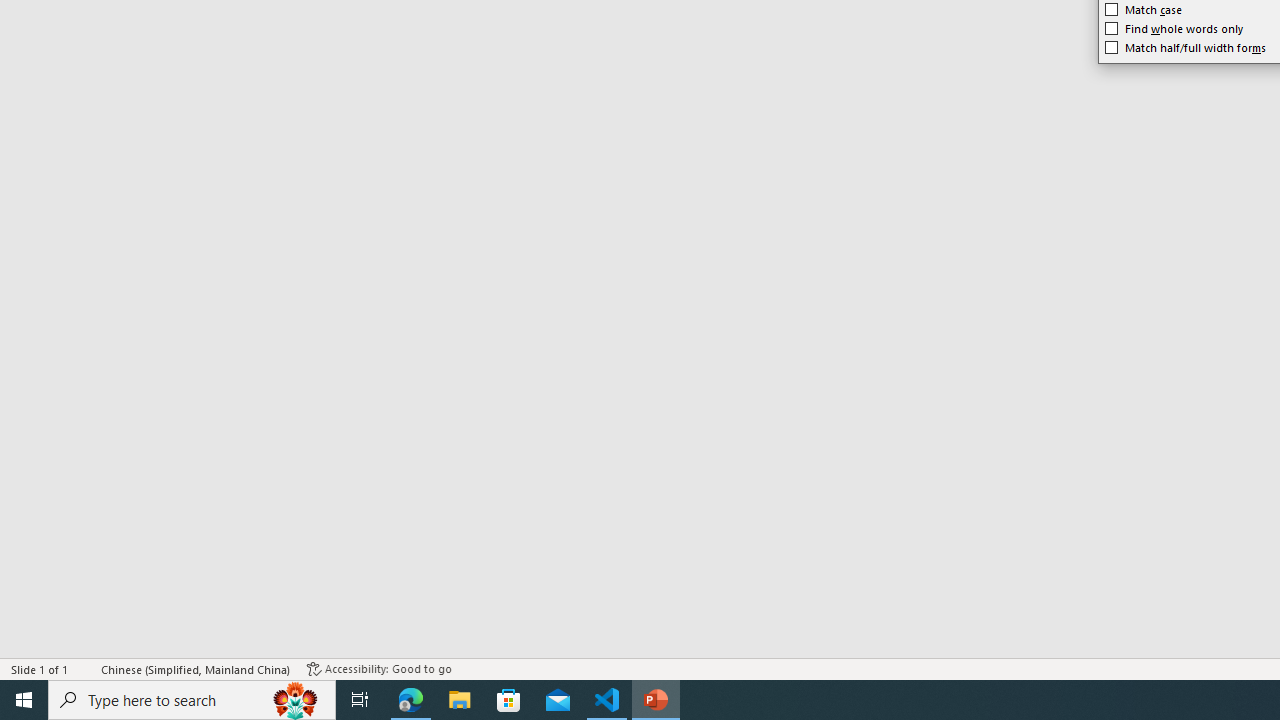  Describe the element at coordinates (294, 698) in the screenshot. I see `'Search highlights icon opens search home window'` at that location.